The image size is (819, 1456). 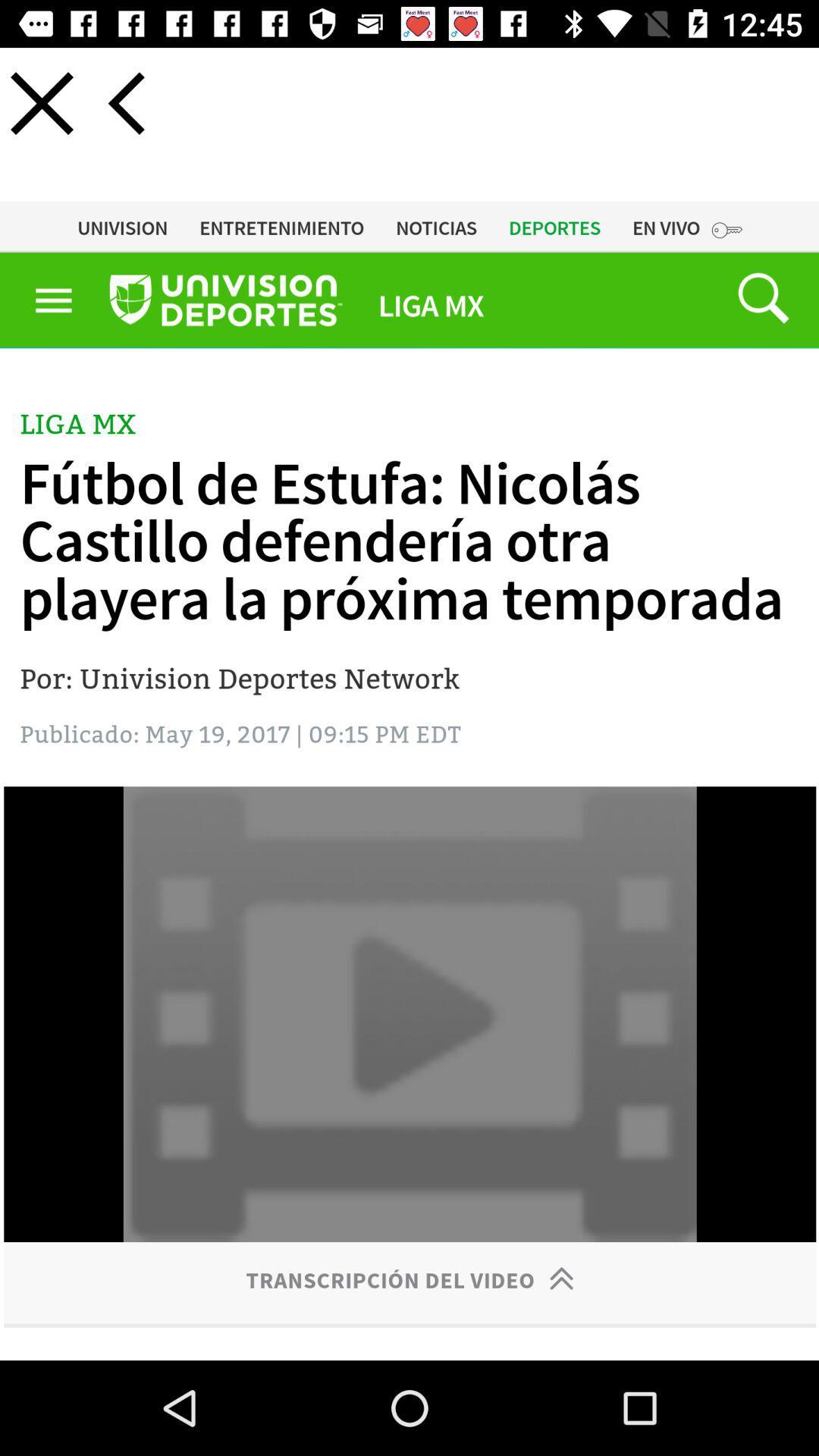 I want to click on the close icon, so click(x=41, y=102).